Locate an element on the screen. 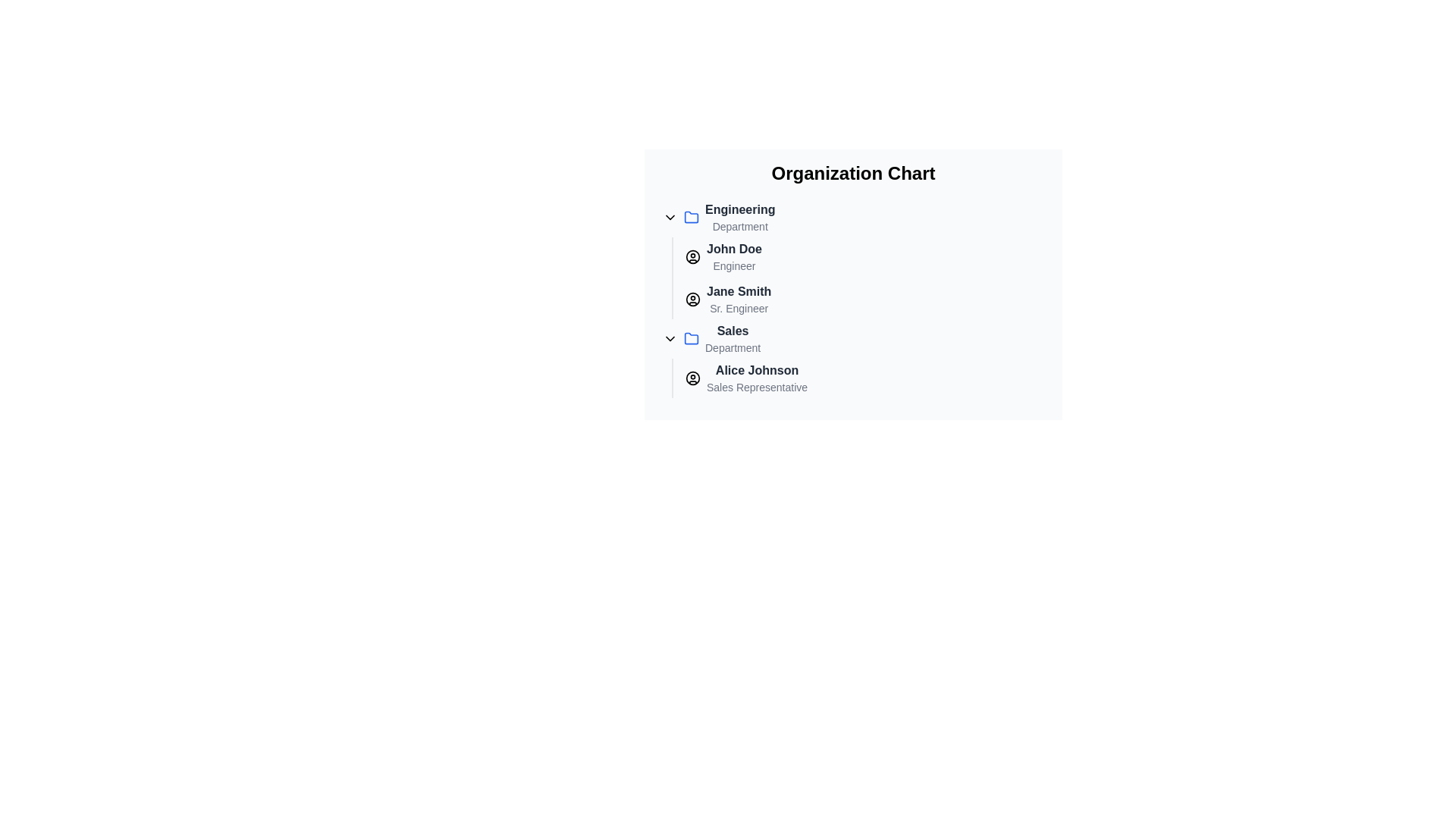  the List item for 'Jane Smith', which displays her name in bold with the title 'Sr. Engineer' beneath it is located at coordinates (864, 299).